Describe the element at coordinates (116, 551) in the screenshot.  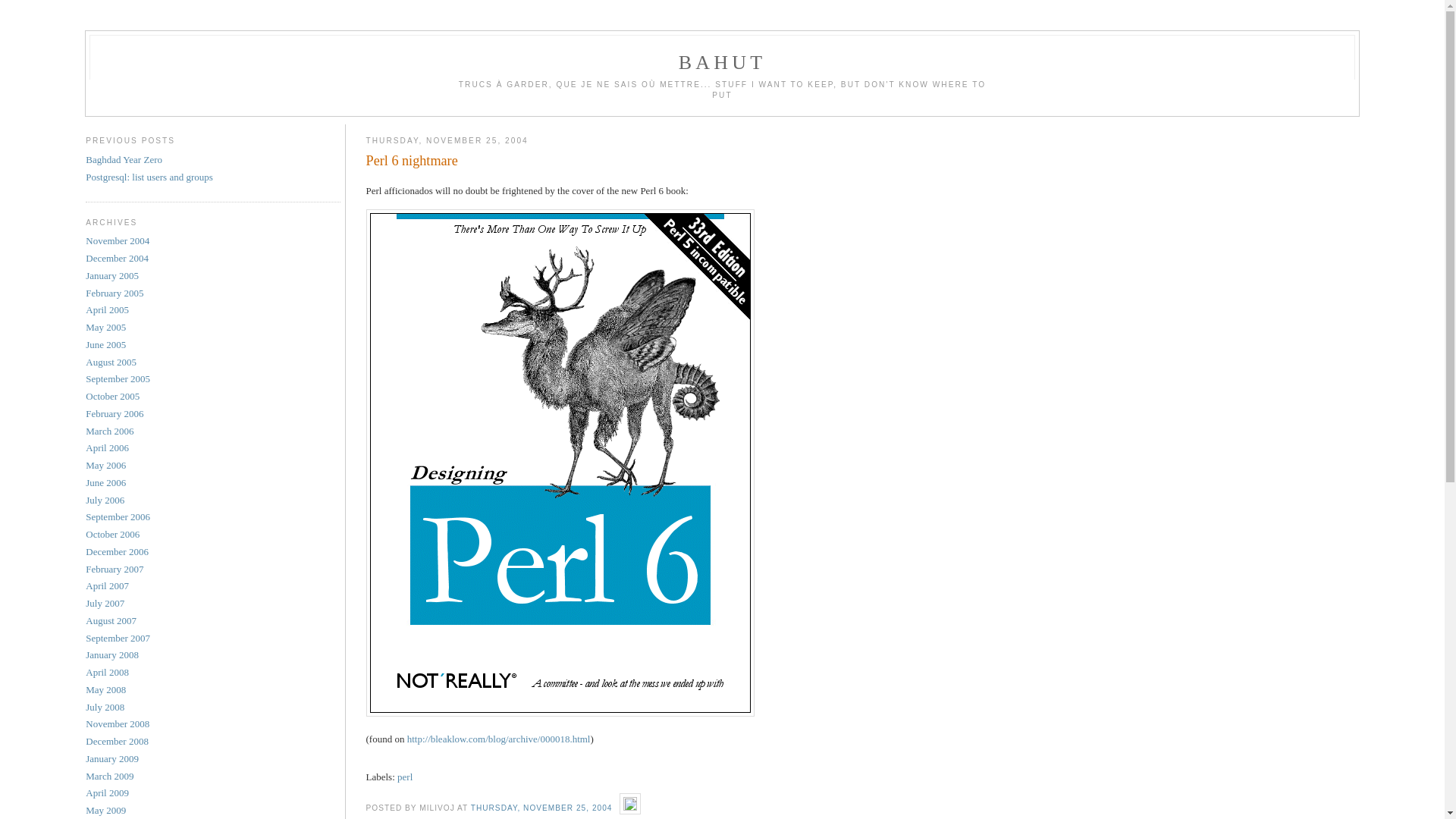
I see `'December 2006'` at that location.